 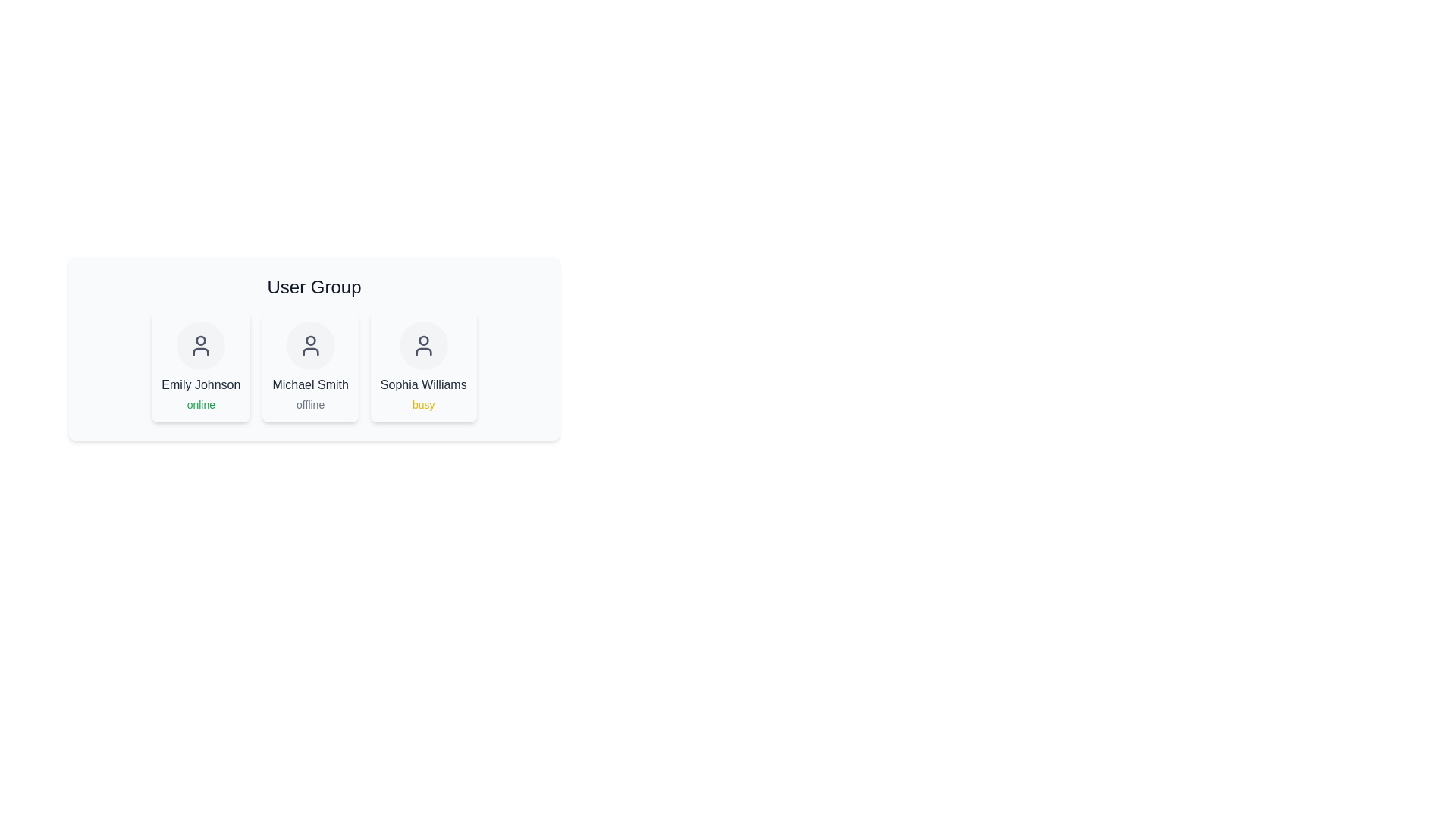 I want to click on the Profile card that represents a user profile, located as the third card in a row of three, so click(x=423, y=366).